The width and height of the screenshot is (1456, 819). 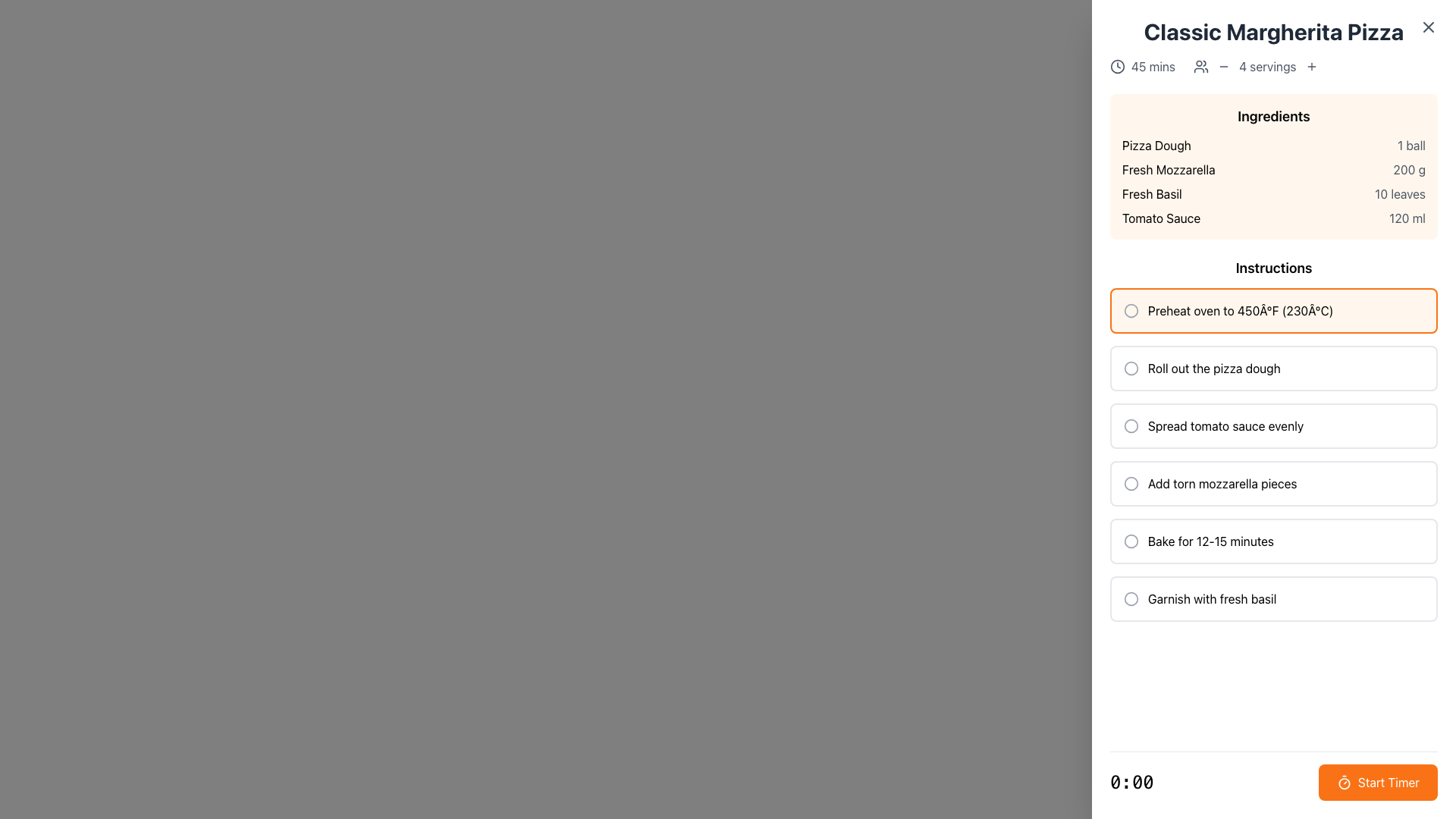 I want to click on the radio button in the first Step instruction block in the 'Instructions' section to mark the step as completed, so click(x=1274, y=309).